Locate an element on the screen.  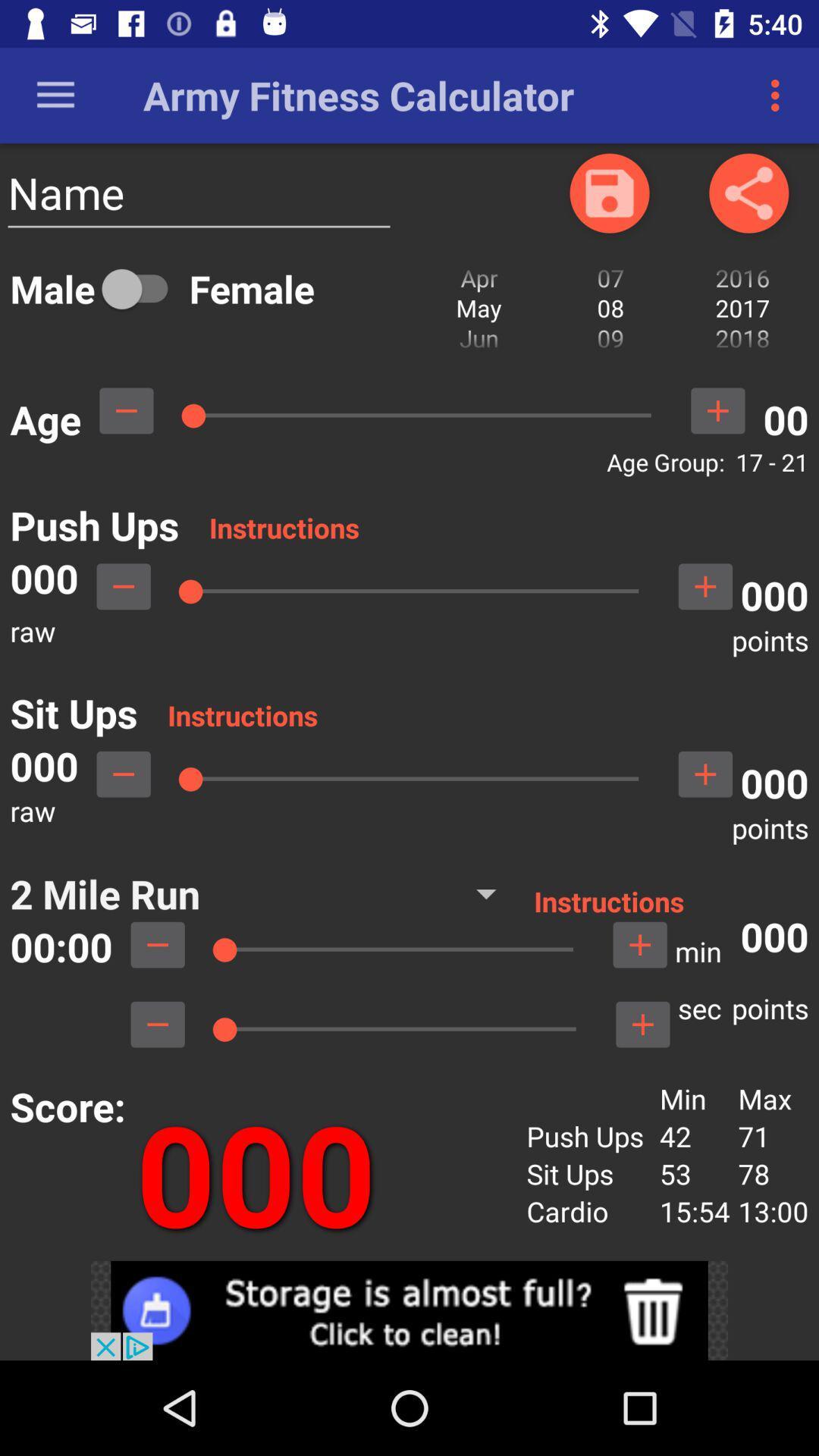
the add icon is located at coordinates (705, 774).